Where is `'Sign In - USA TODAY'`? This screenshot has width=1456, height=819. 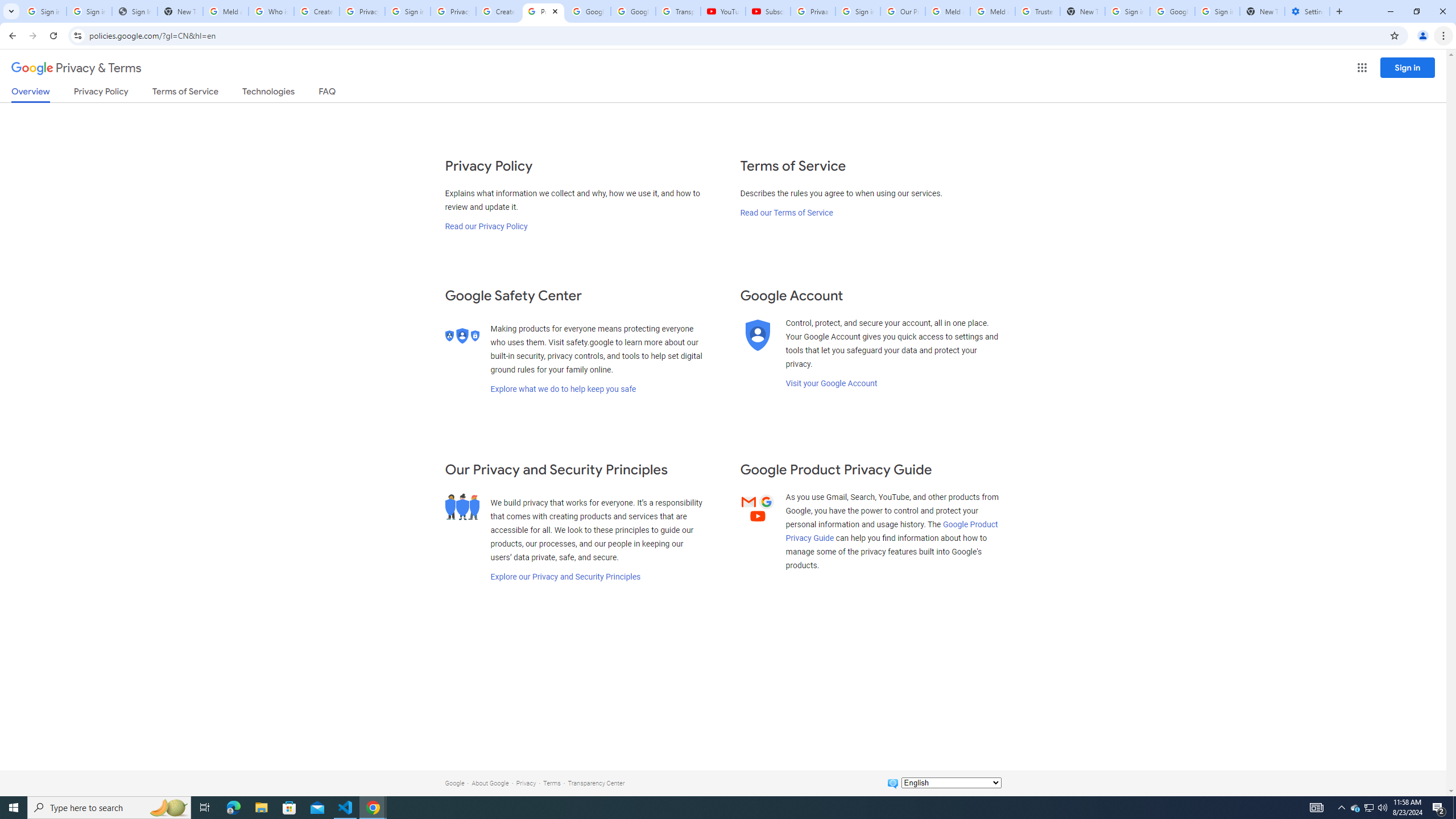
'Sign In - USA TODAY' is located at coordinates (134, 11).